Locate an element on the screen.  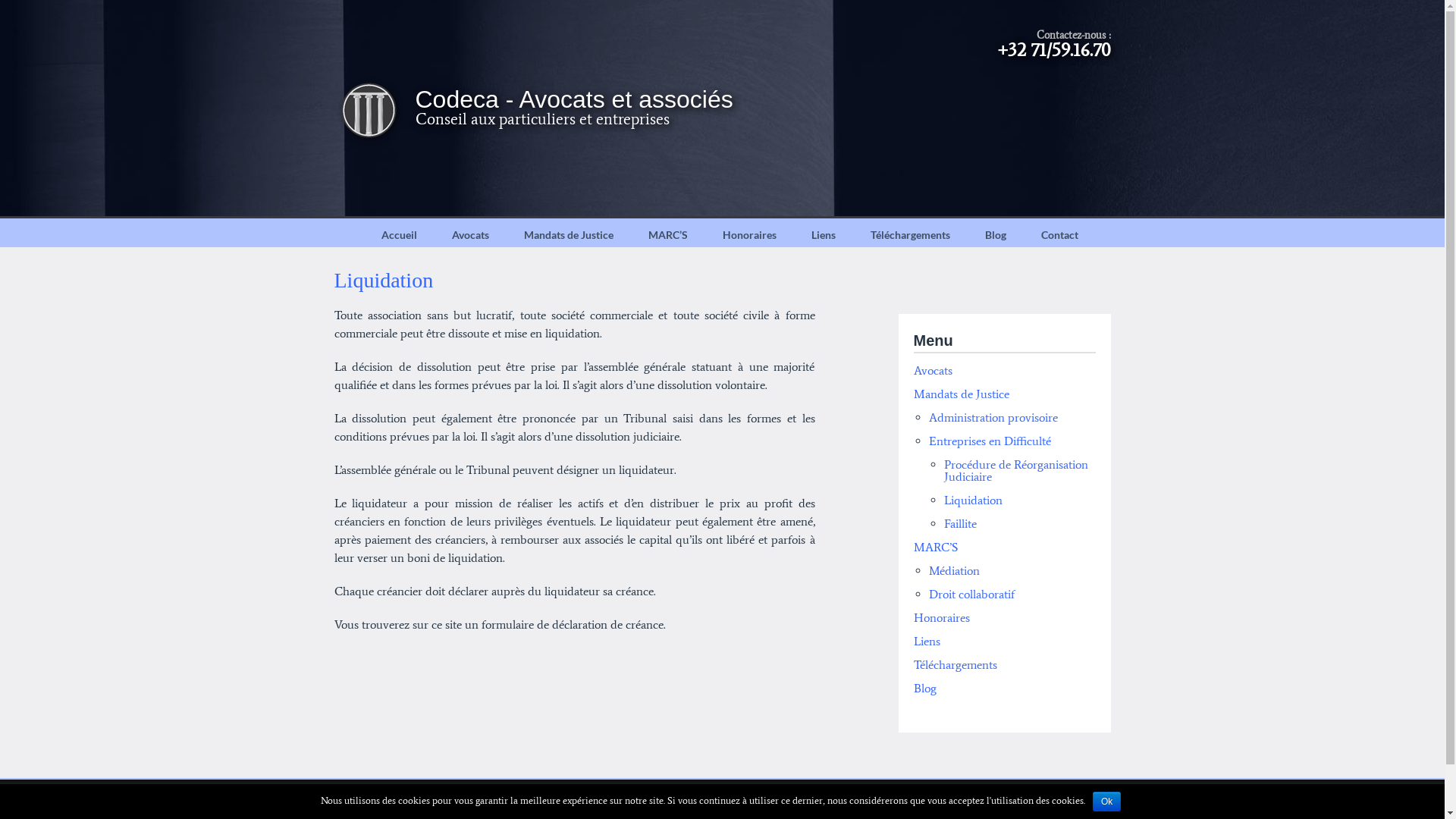
'Droit collaboratif' is located at coordinates (971, 593).